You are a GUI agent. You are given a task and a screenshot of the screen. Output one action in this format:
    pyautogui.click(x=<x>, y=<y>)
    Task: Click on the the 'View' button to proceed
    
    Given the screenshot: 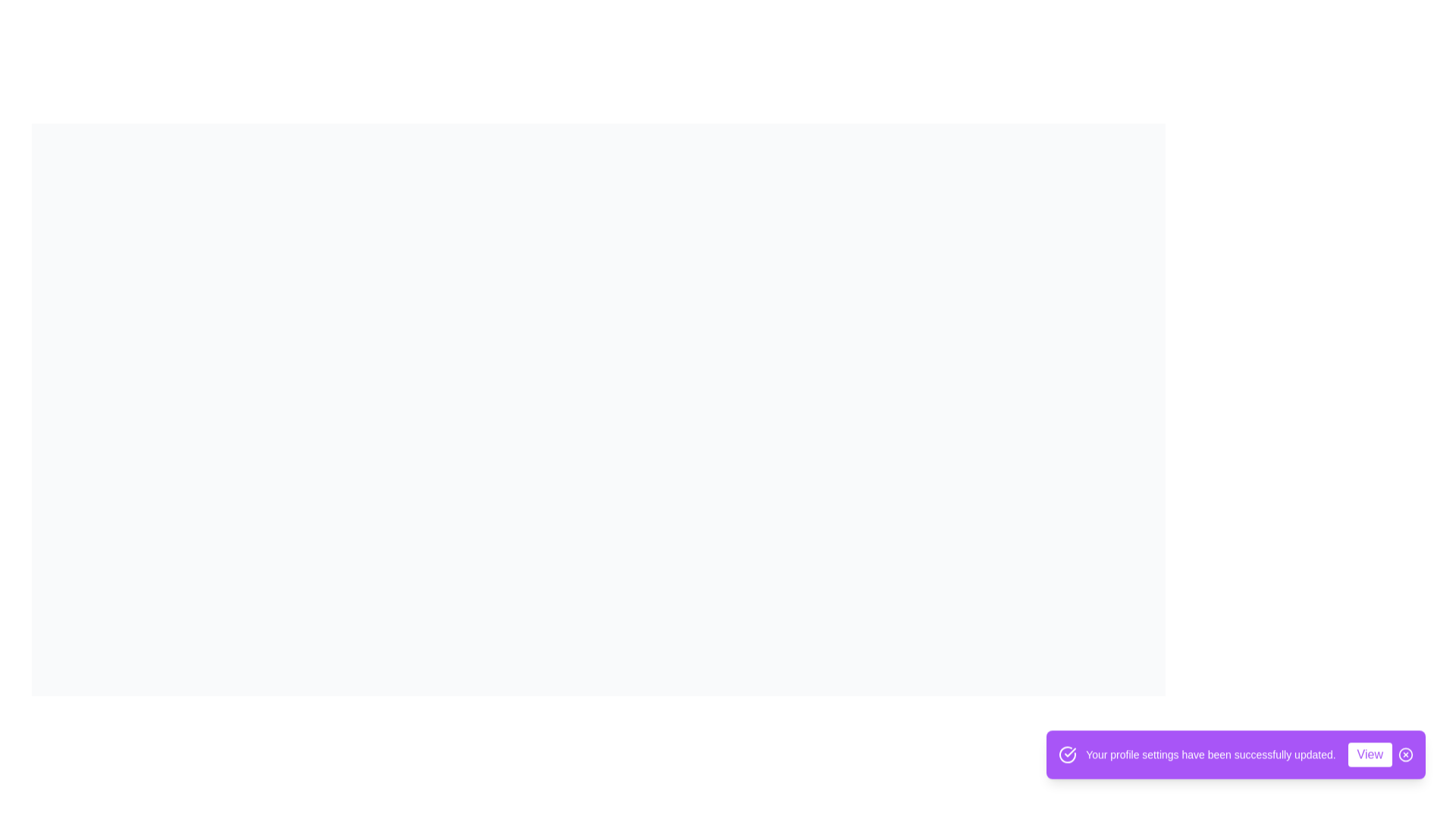 What is the action you would take?
    pyautogui.click(x=1370, y=760)
    